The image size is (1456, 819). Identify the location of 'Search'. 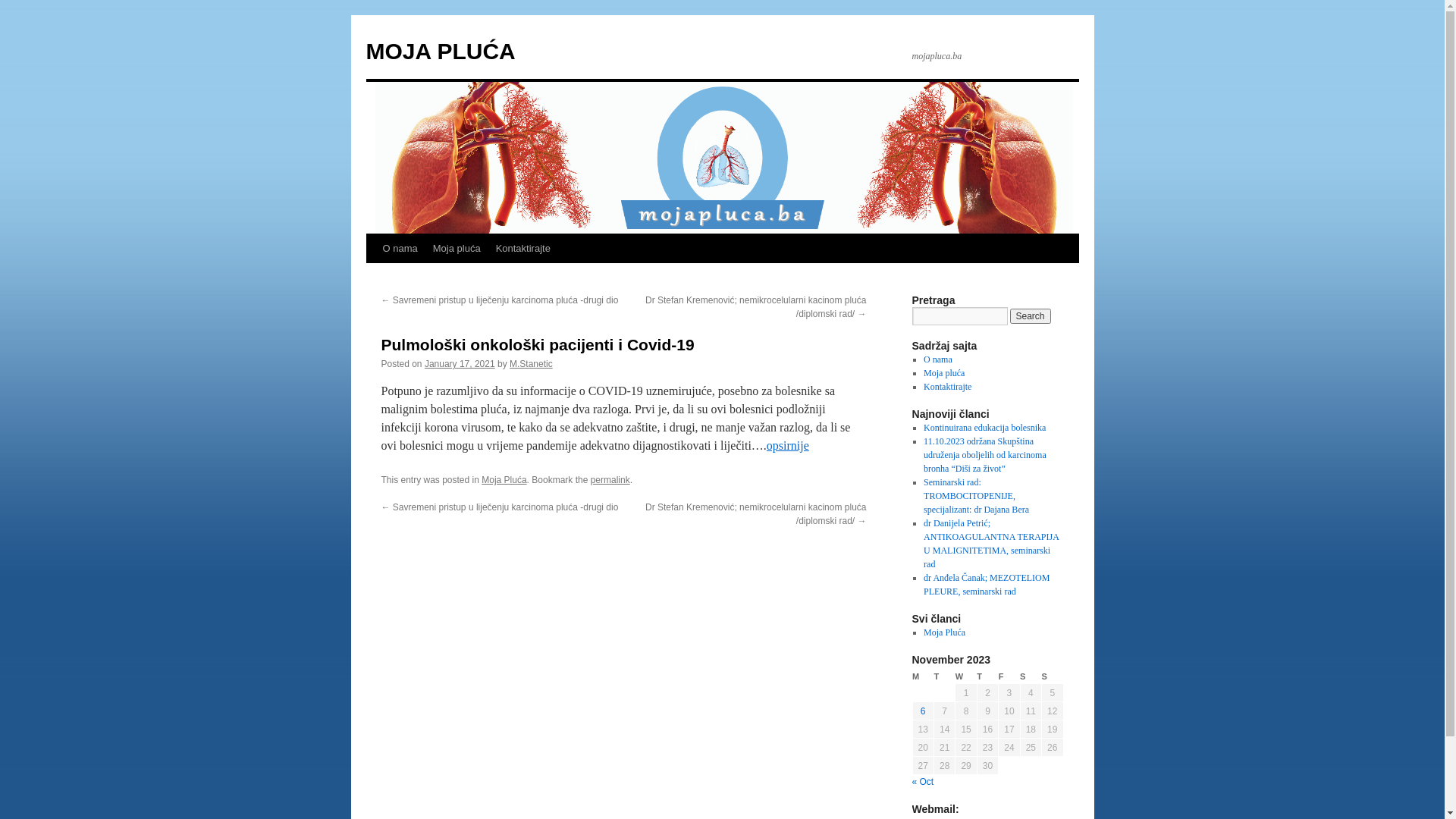
(1009, 315).